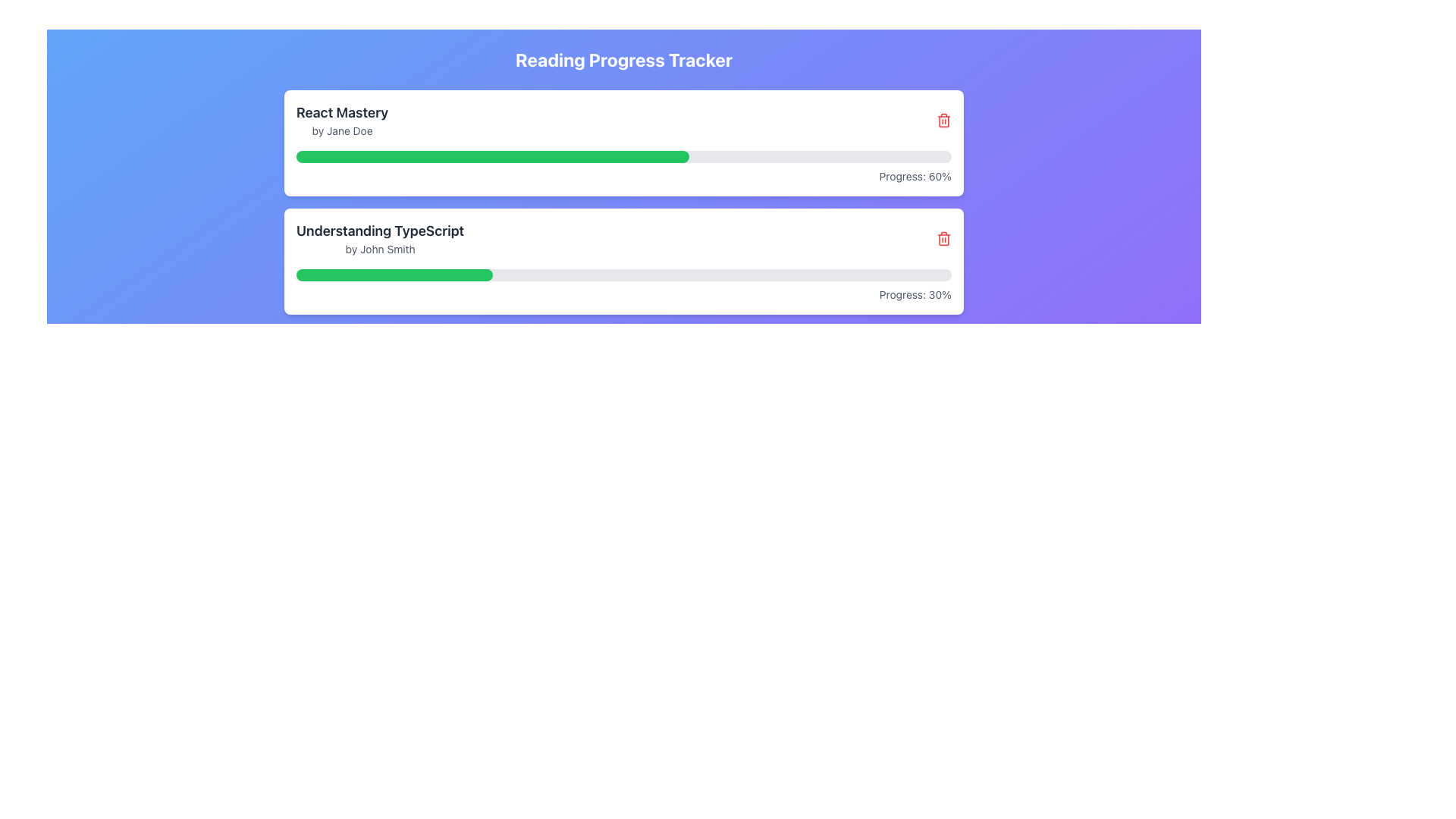 This screenshot has height=819, width=1456. Describe the element at coordinates (623, 58) in the screenshot. I see `the bold header text element 'Reading Progress Tracker' which is styled in white and has a blue to purple gradient background` at that location.